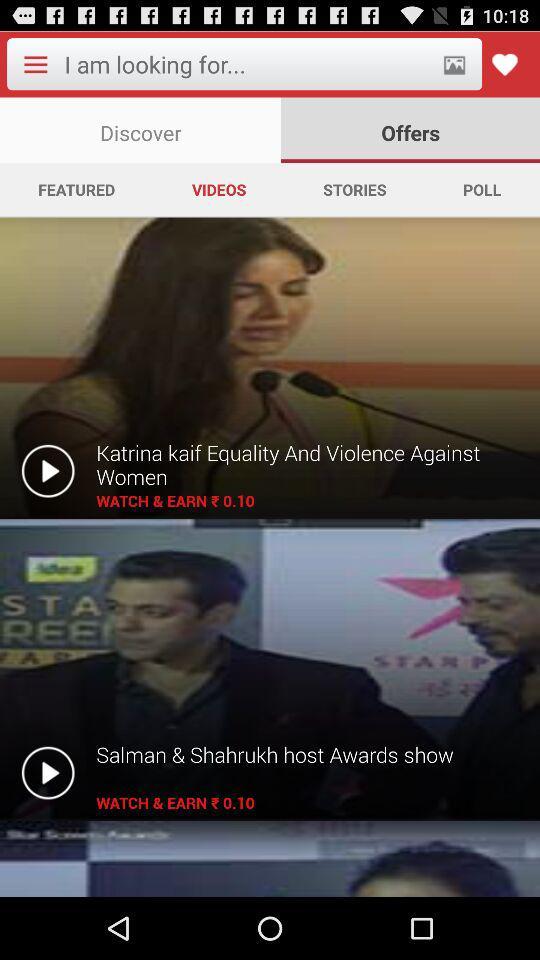 This screenshot has height=960, width=540. Describe the element at coordinates (139, 129) in the screenshot. I see `discover app` at that location.